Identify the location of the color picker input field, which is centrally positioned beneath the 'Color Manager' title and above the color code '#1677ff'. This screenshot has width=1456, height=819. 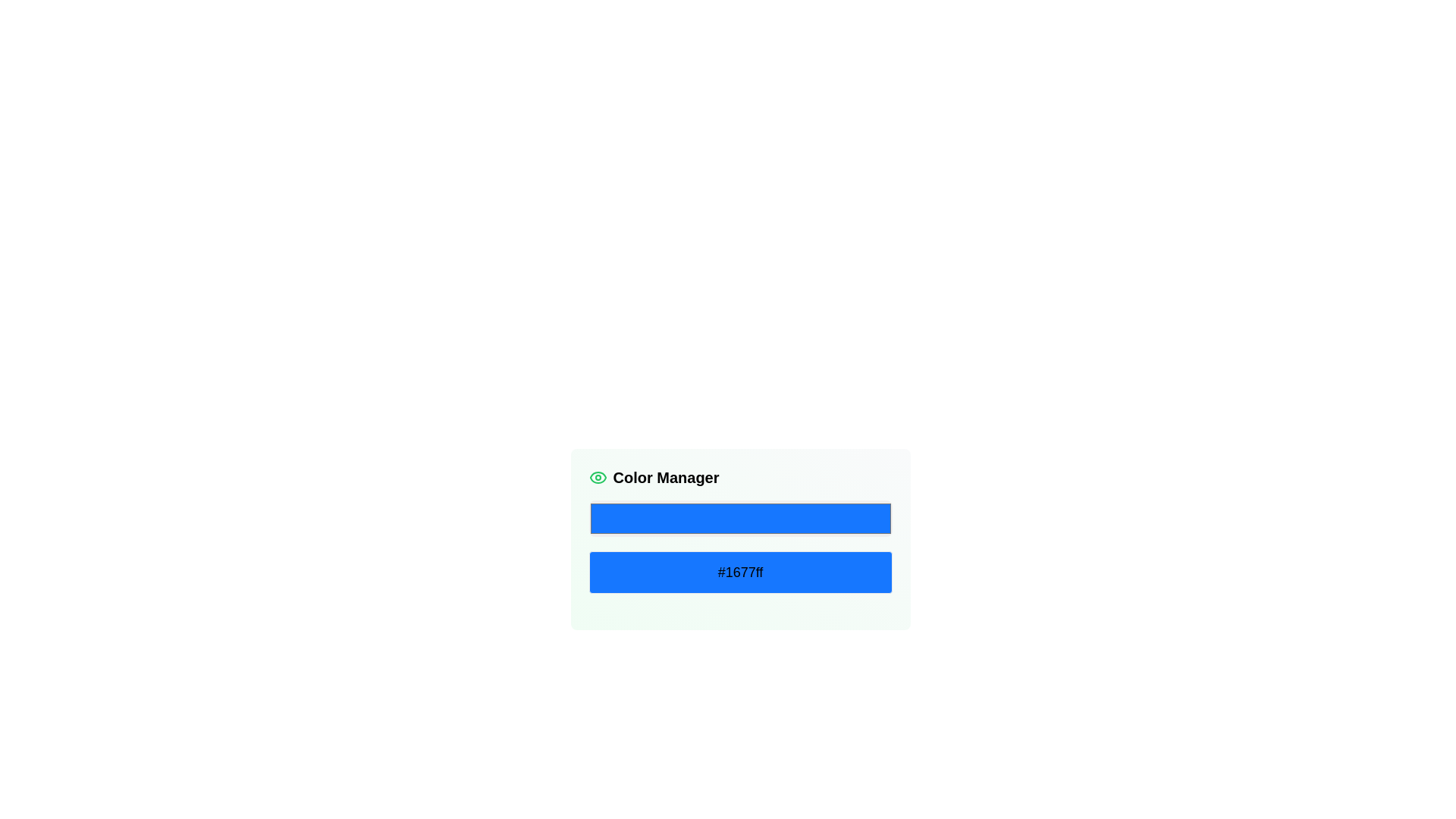
(740, 517).